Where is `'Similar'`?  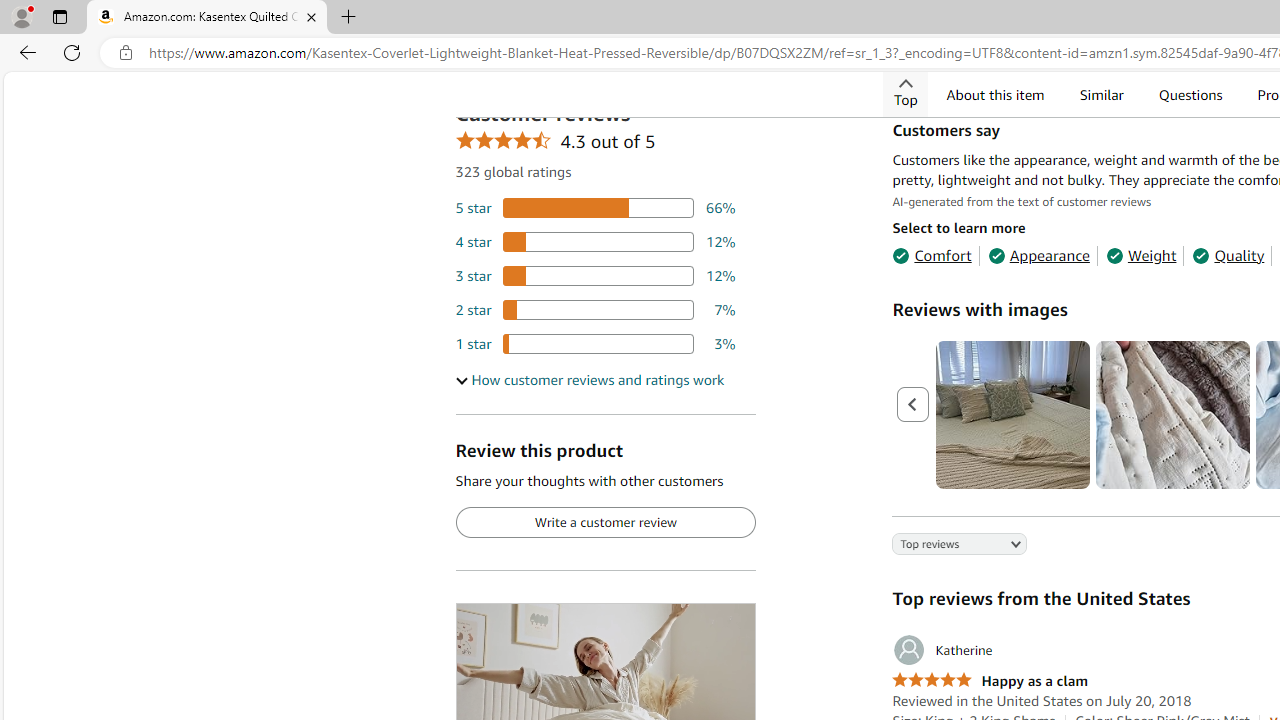 'Similar' is located at coordinates (1099, 94).